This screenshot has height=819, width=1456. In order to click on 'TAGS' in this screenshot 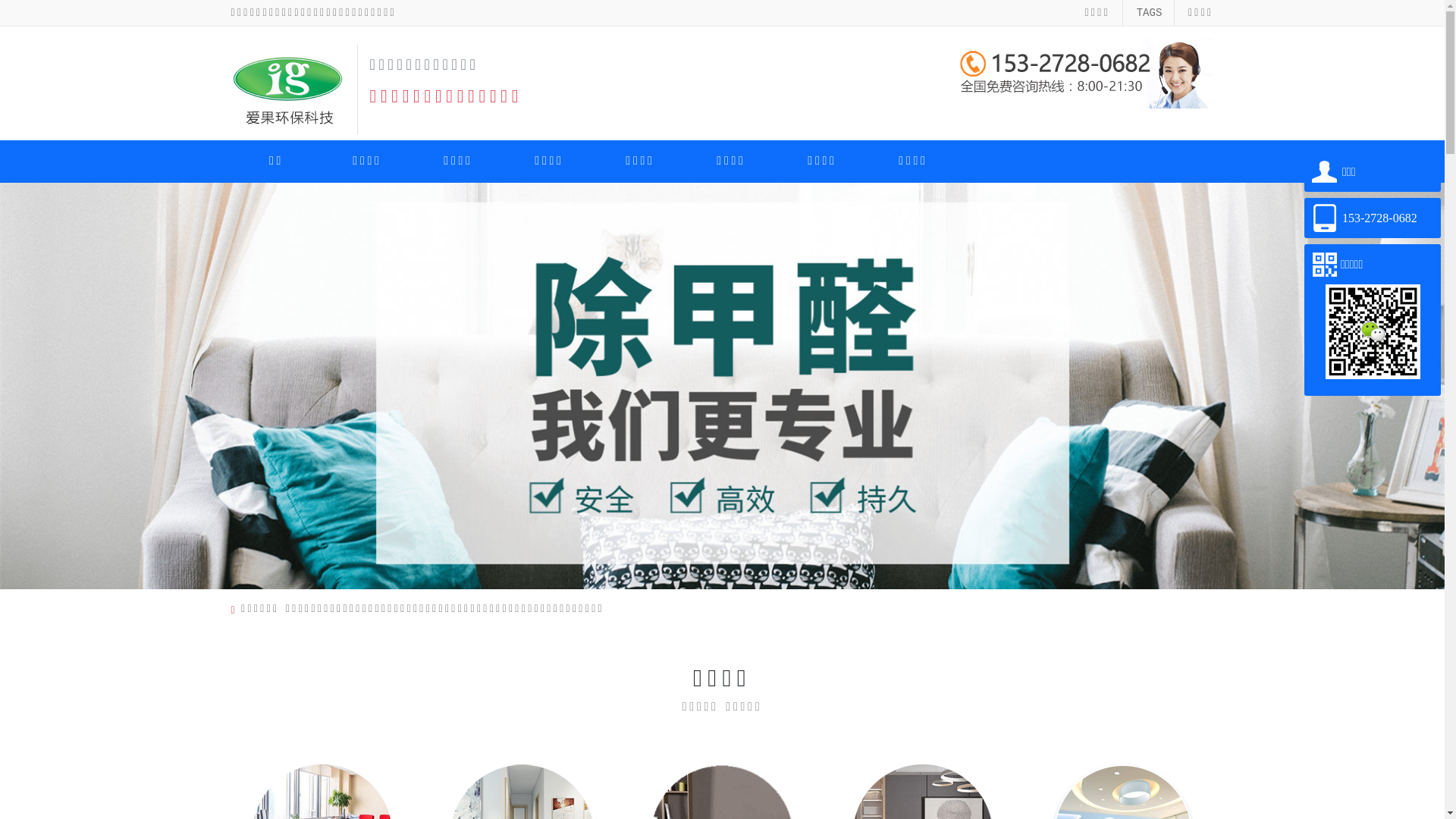, I will do `click(1150, 12)`.